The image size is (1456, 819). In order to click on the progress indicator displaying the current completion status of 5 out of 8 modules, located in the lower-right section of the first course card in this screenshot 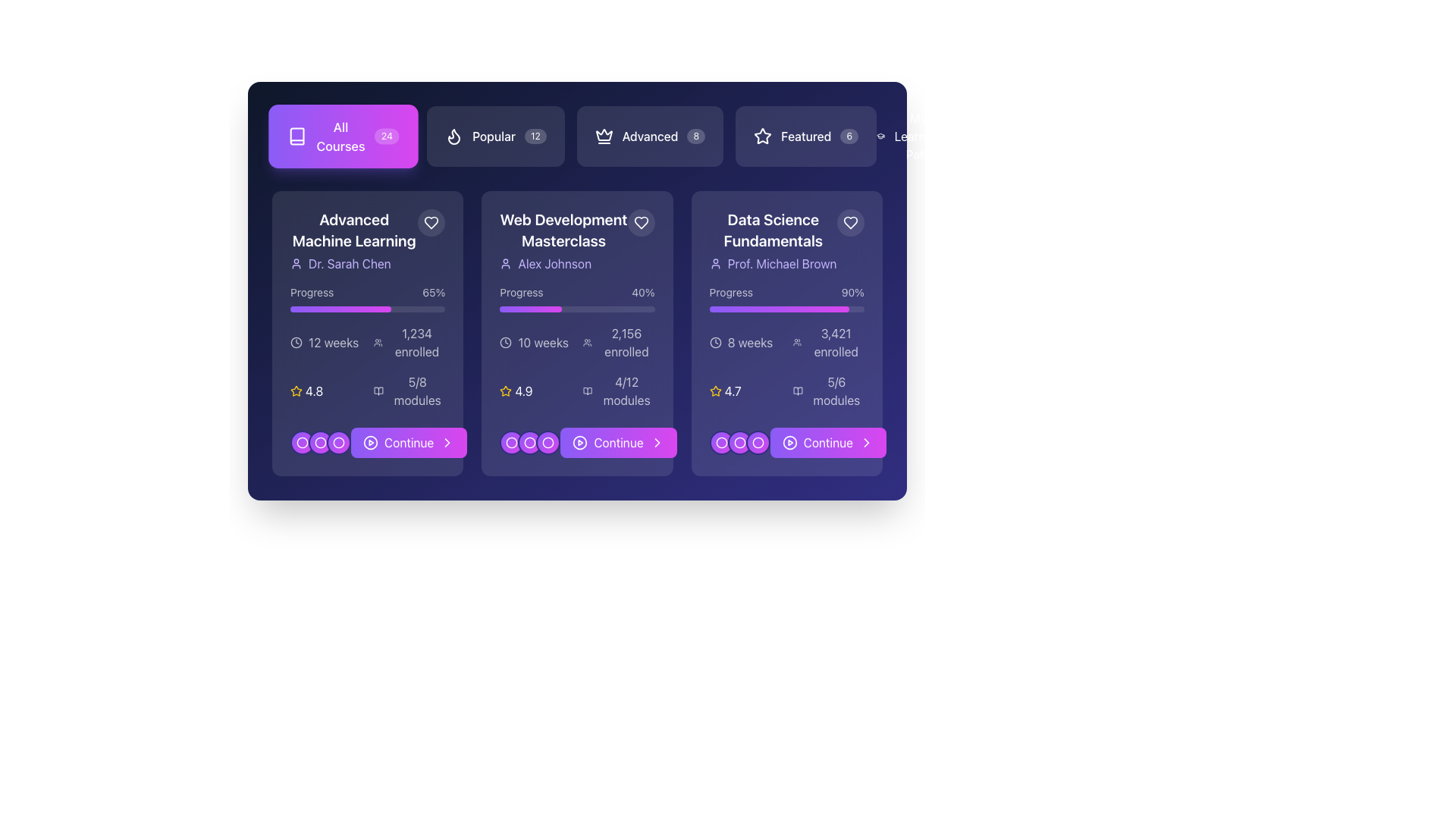, I will do `click(409, 391)`.